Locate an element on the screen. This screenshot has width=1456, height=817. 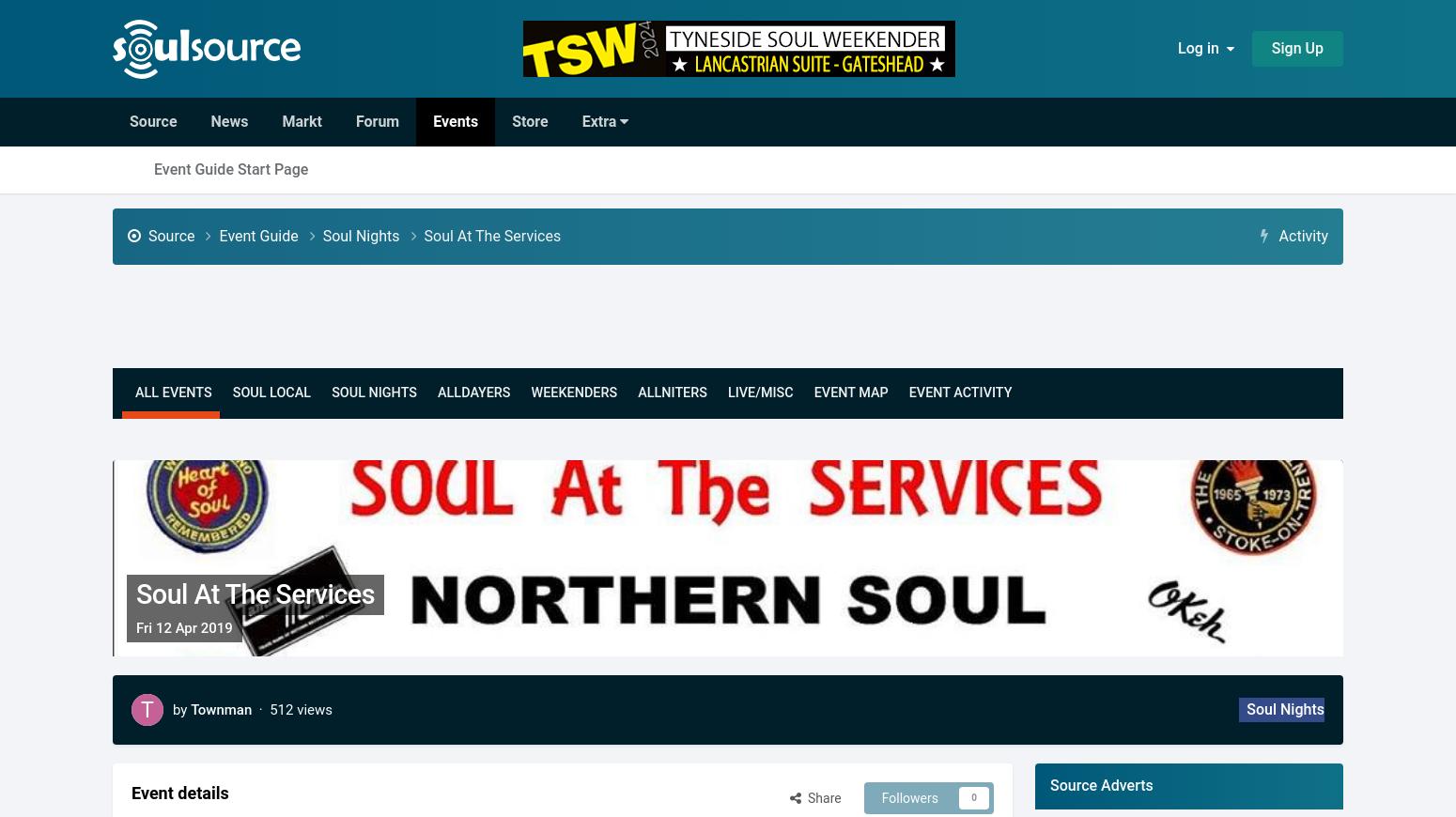
'Log in' is located at coordinates (1200, 47).